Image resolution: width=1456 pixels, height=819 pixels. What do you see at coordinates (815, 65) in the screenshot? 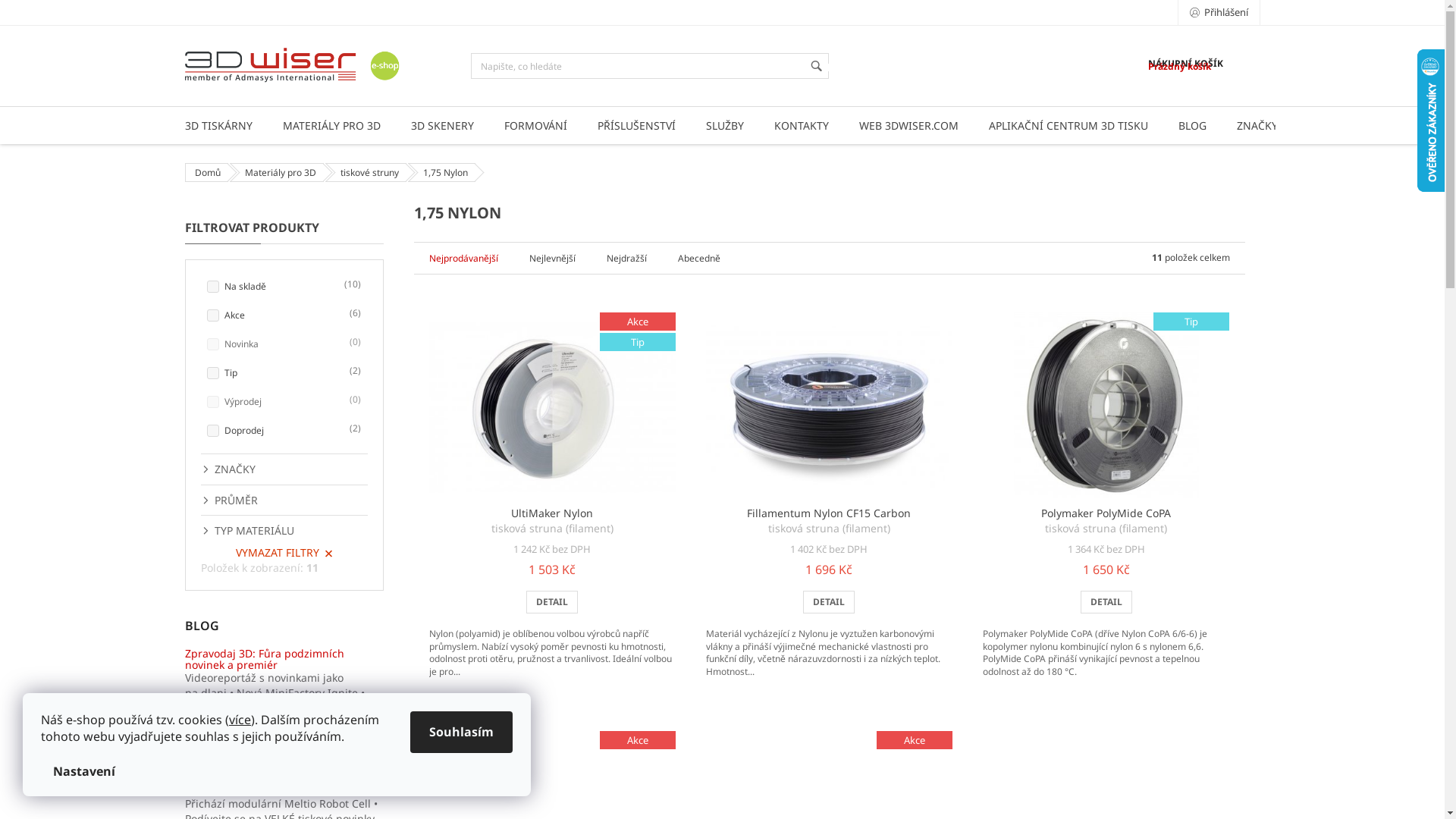
I see `'HLEDAT'` at bounding box center [815, 65].